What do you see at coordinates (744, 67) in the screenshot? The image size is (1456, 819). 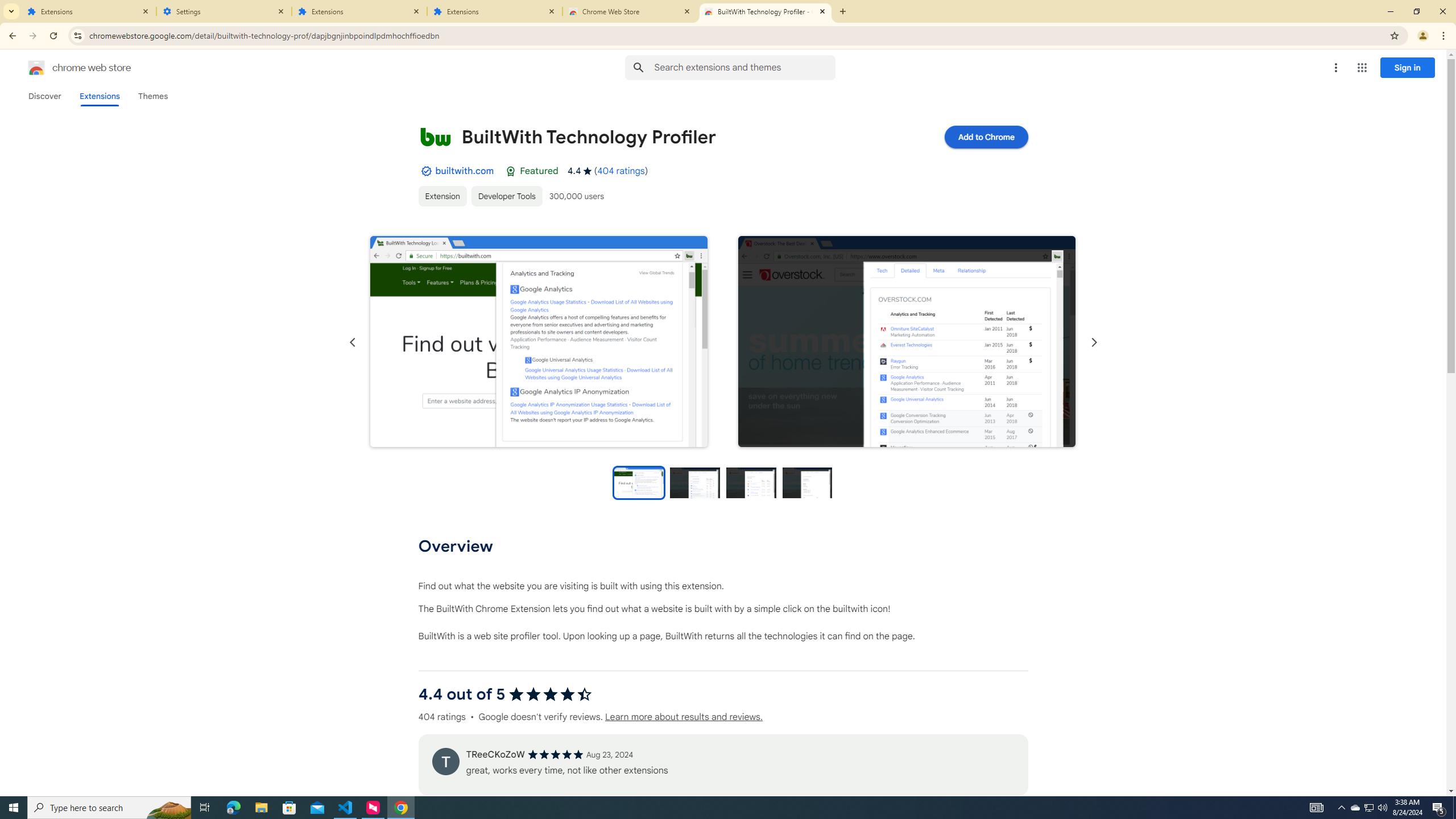 I see `'Search input'` at bounding box center [744, 67].